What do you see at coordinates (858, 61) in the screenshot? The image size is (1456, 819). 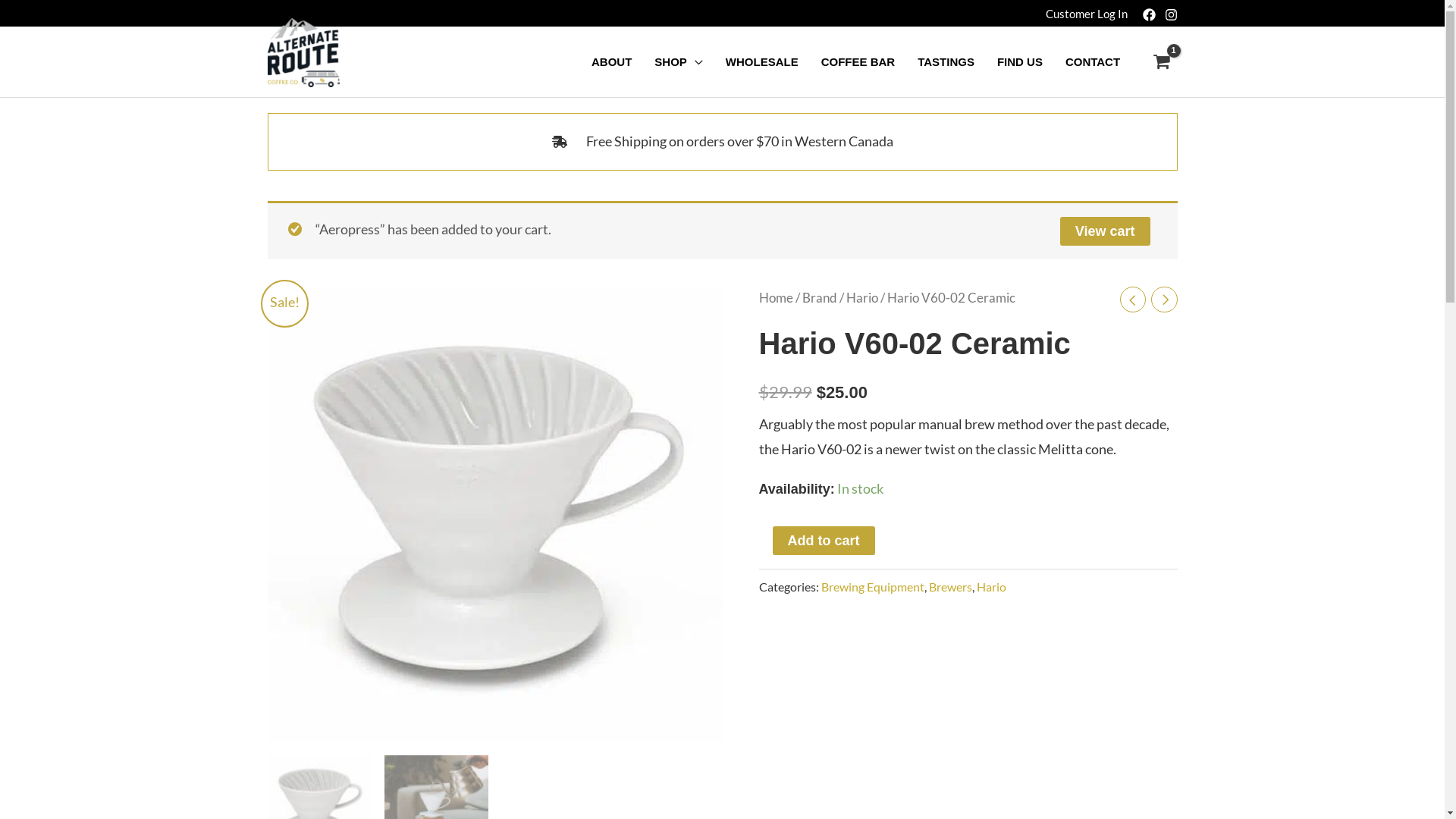 I see `'COFFEE BAR'` at bounding box center [858, 61].